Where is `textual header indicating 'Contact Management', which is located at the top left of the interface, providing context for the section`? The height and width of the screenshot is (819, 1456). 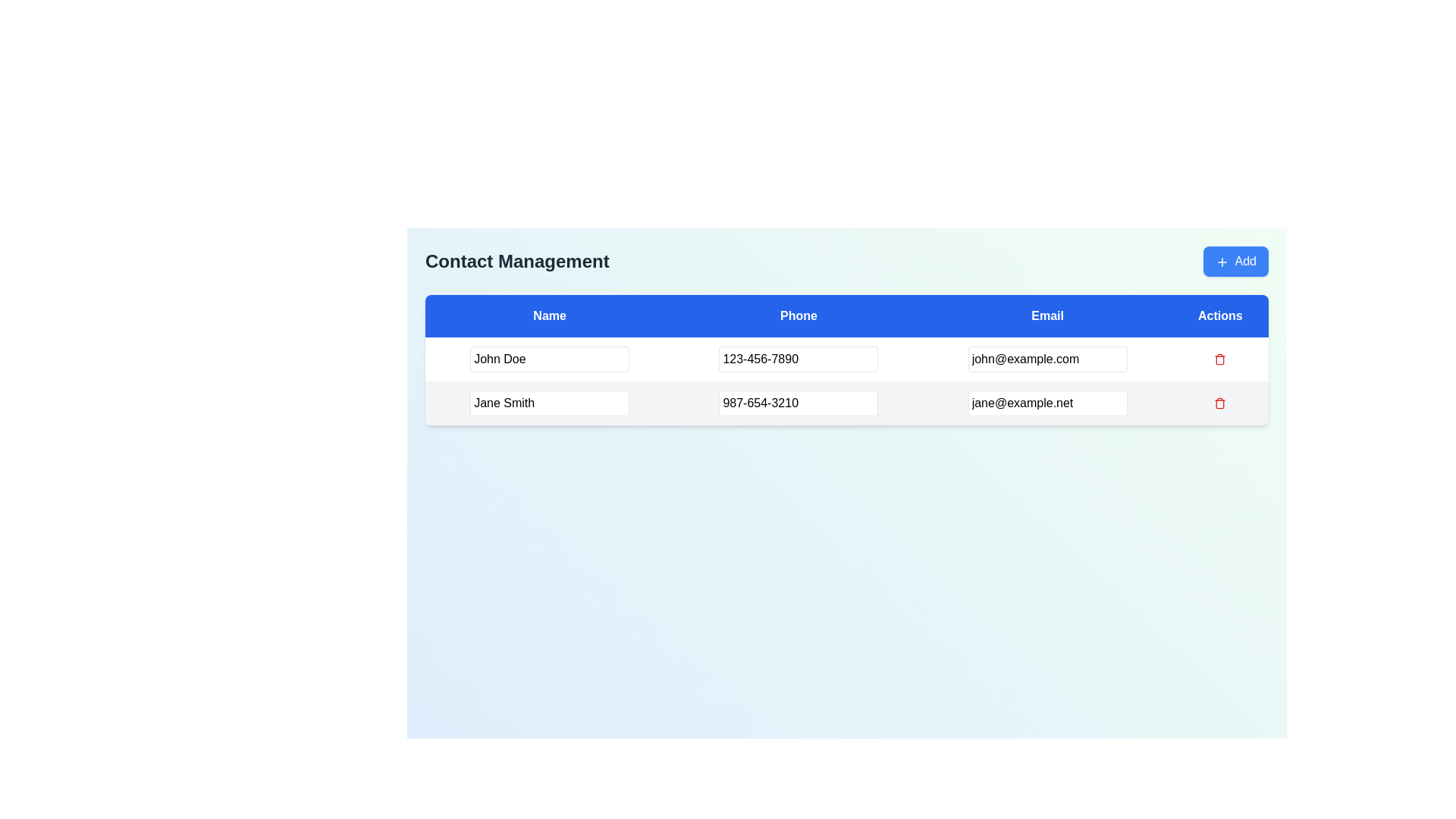 textual header indicating 'Contact Management', which is located at the top left of the interface, providing context for the section is located at coordinates (517, 260).